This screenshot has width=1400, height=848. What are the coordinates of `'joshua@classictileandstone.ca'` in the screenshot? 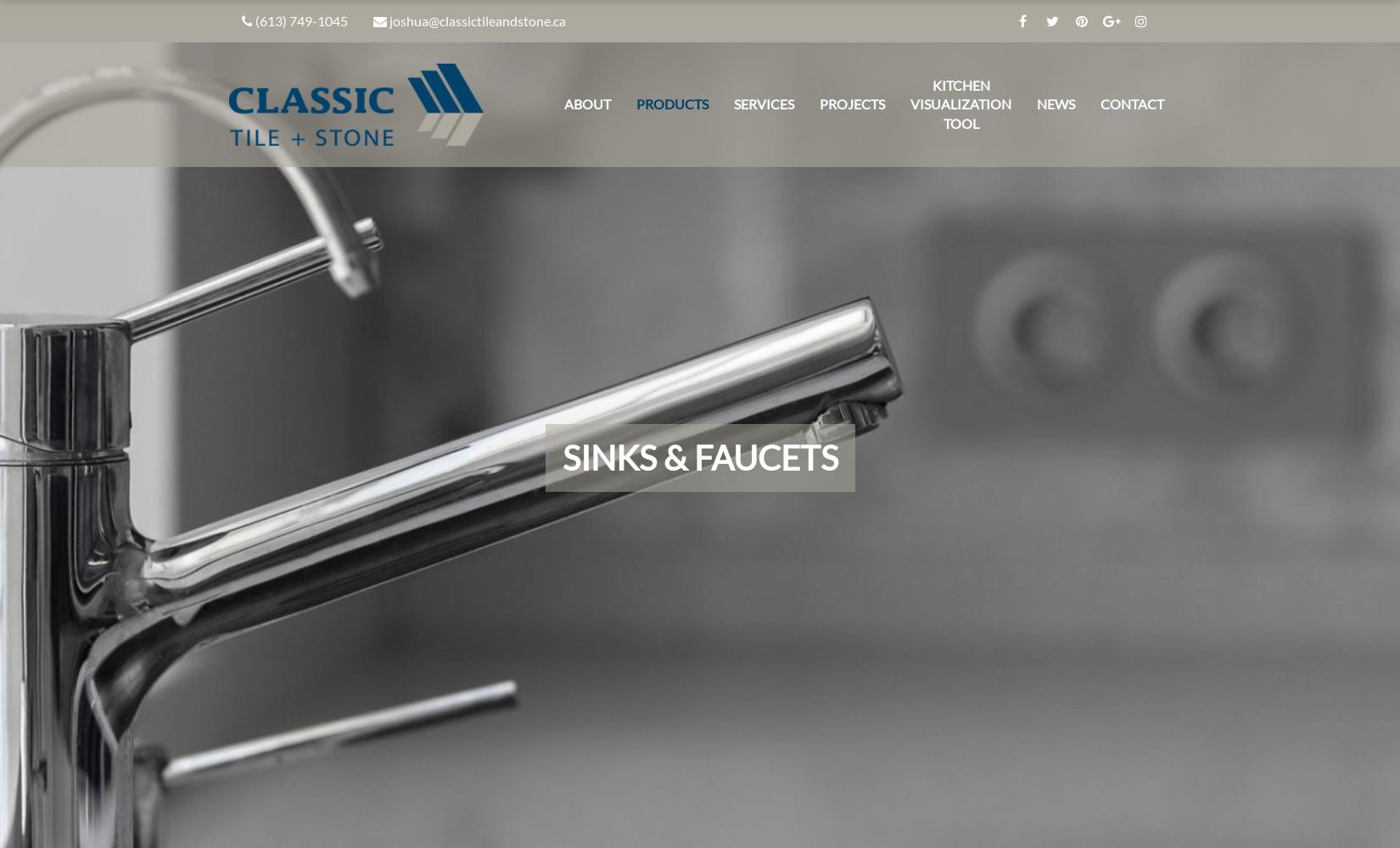 It's located at (476, 20).